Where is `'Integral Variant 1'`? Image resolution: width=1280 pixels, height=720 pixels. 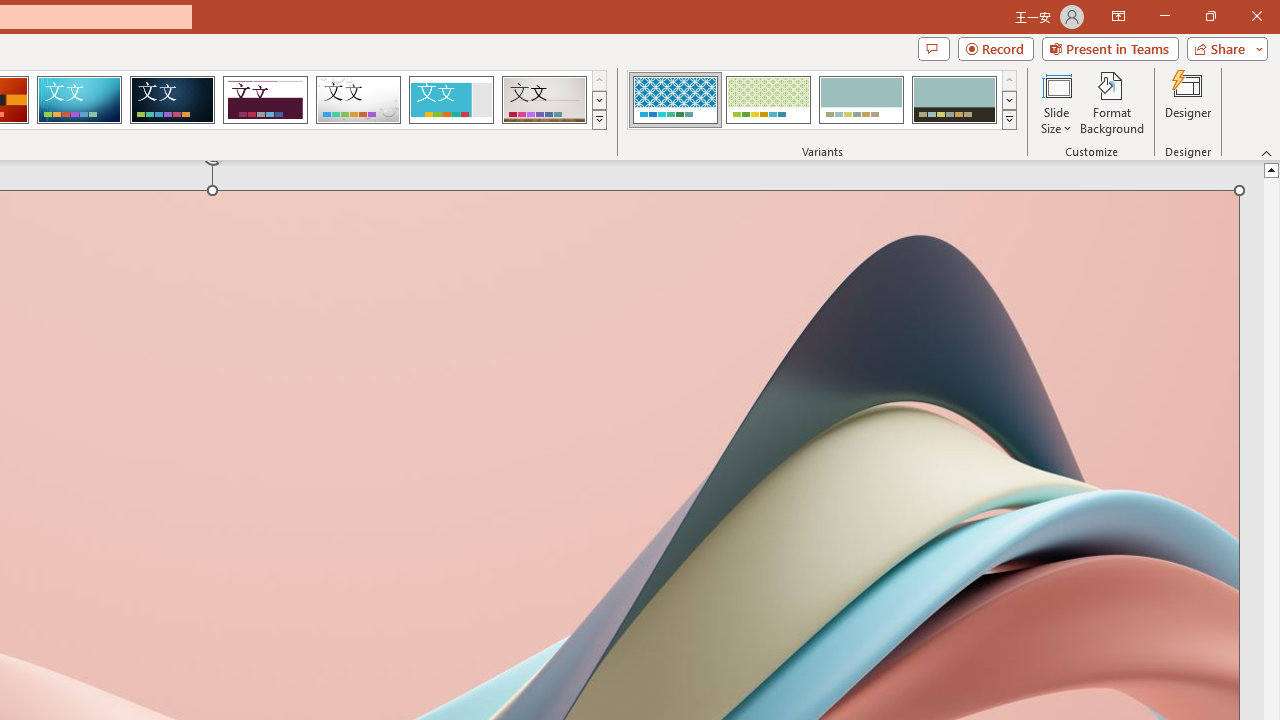
'Integral Variant 1' is located at coordinates (675, 100).